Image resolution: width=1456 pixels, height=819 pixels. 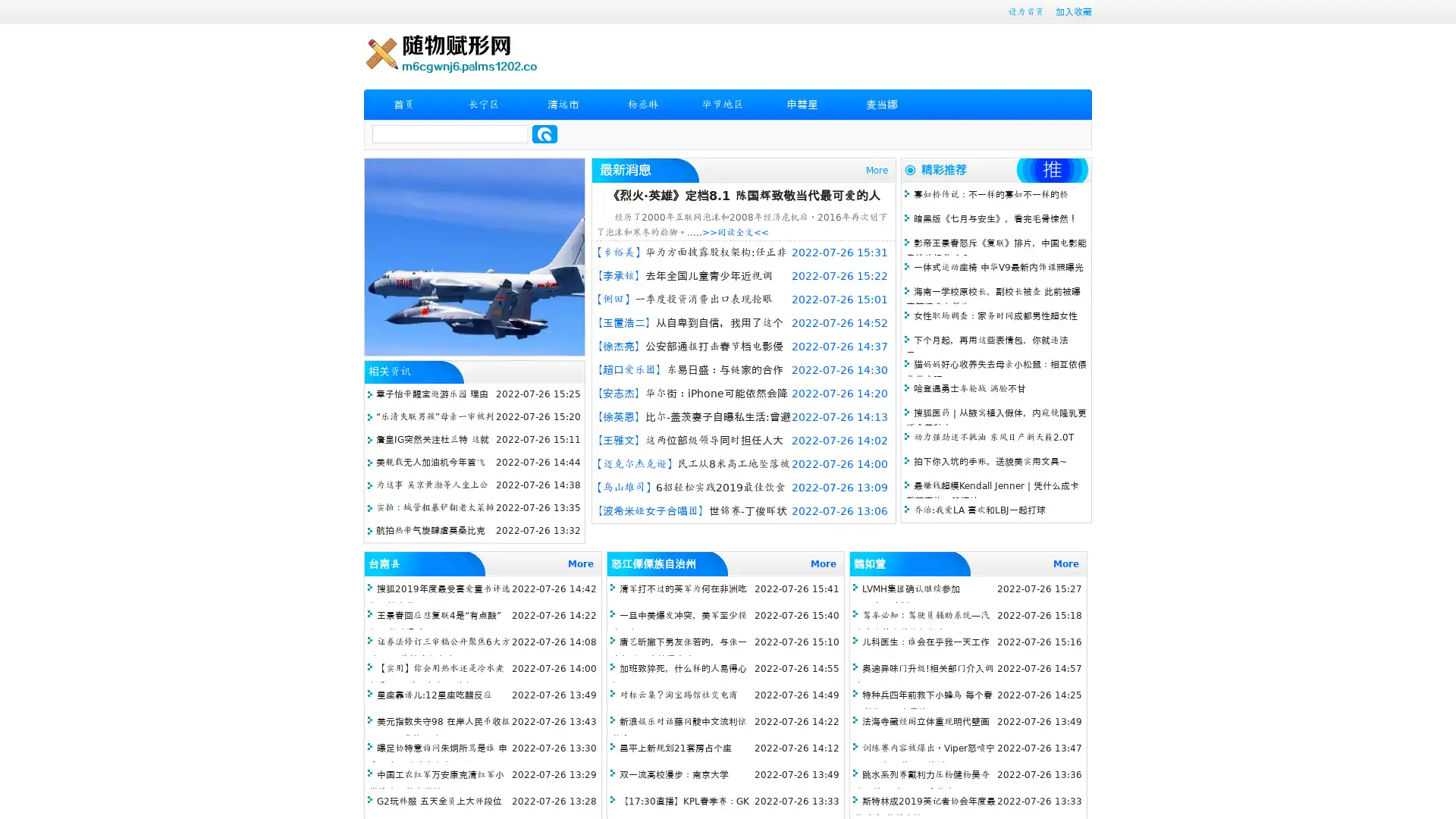 What do you see at coordinates (544, 133) in the screenshot?
I see `Search` at bounding box center [544, 133].